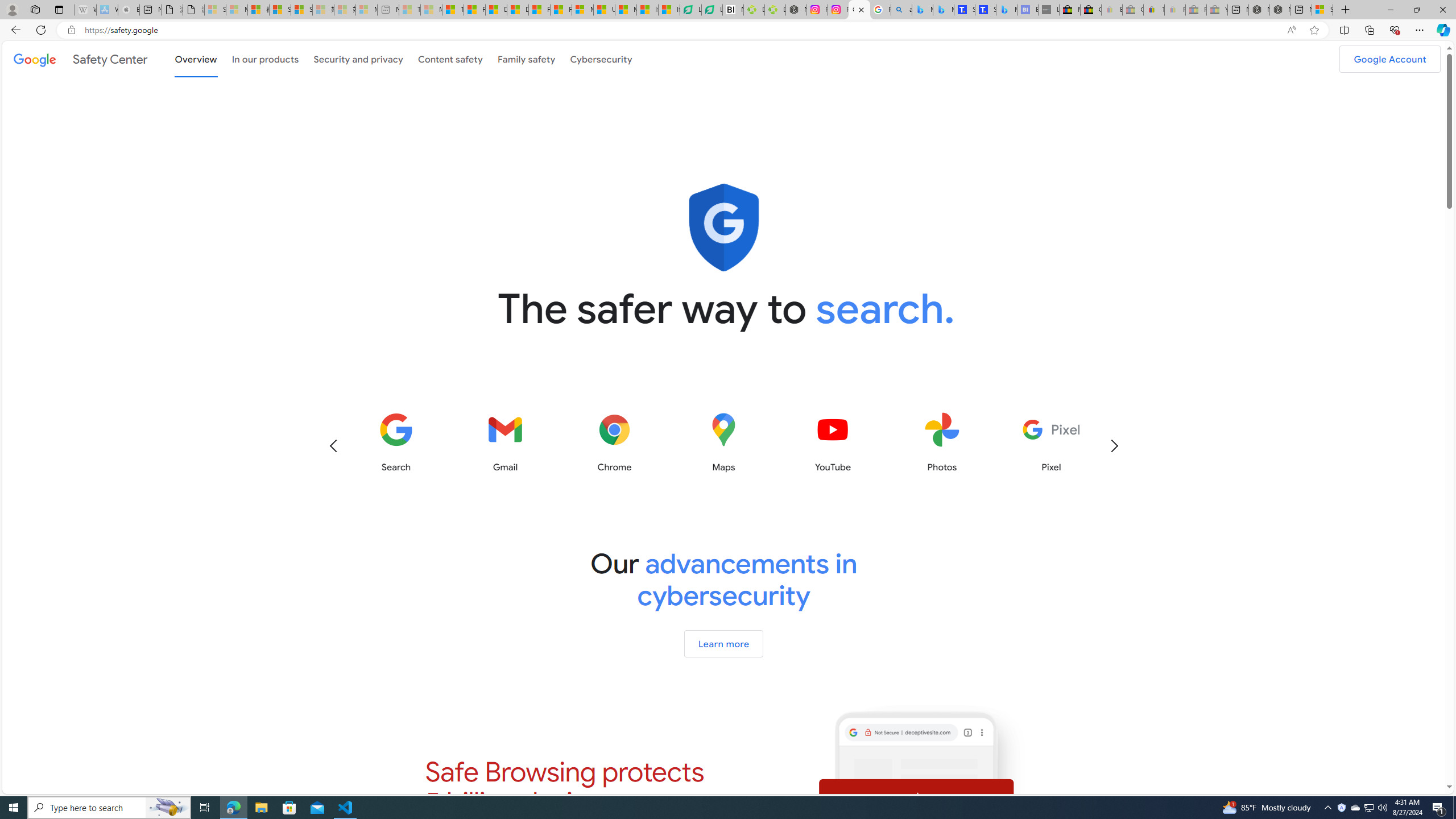  I want to click on 'Learn more about Pixel', so click(1050, 442).